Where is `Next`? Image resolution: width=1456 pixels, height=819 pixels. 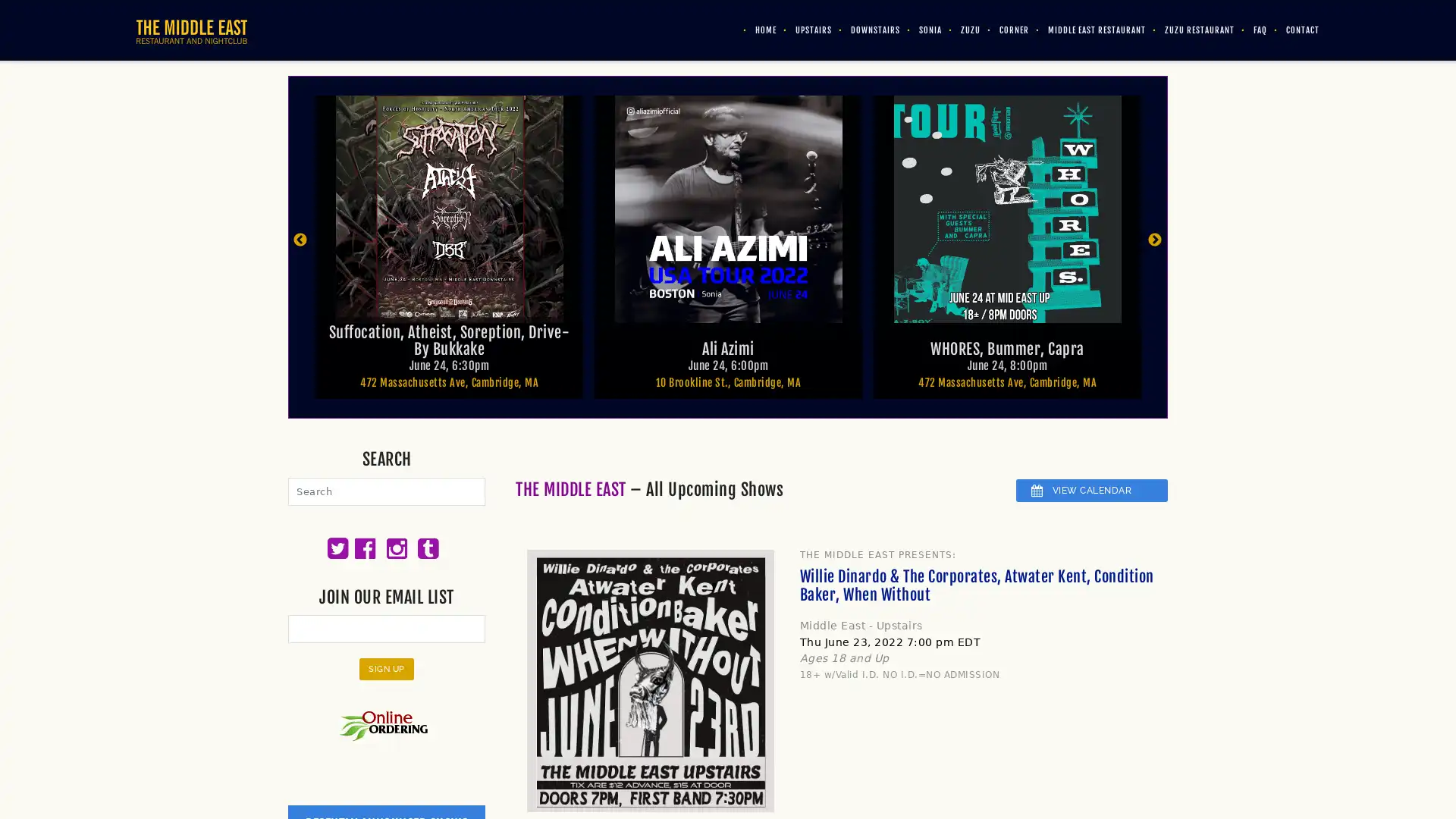
Next is located at coordinates (1154, 239).